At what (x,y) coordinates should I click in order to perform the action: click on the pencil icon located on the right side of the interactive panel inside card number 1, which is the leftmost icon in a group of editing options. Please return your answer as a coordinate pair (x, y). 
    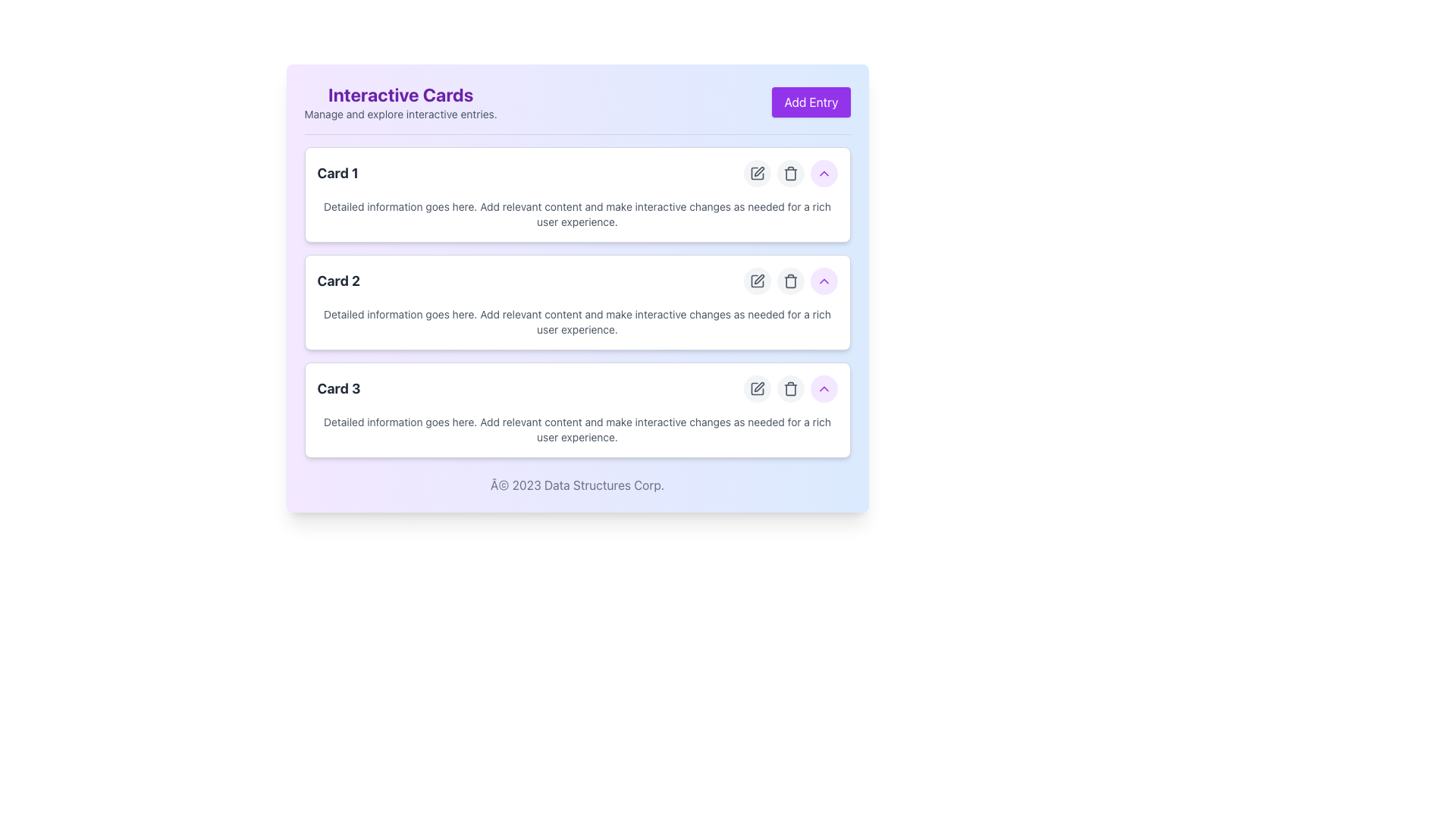
    Looking at the image, I should click on (759, 171).